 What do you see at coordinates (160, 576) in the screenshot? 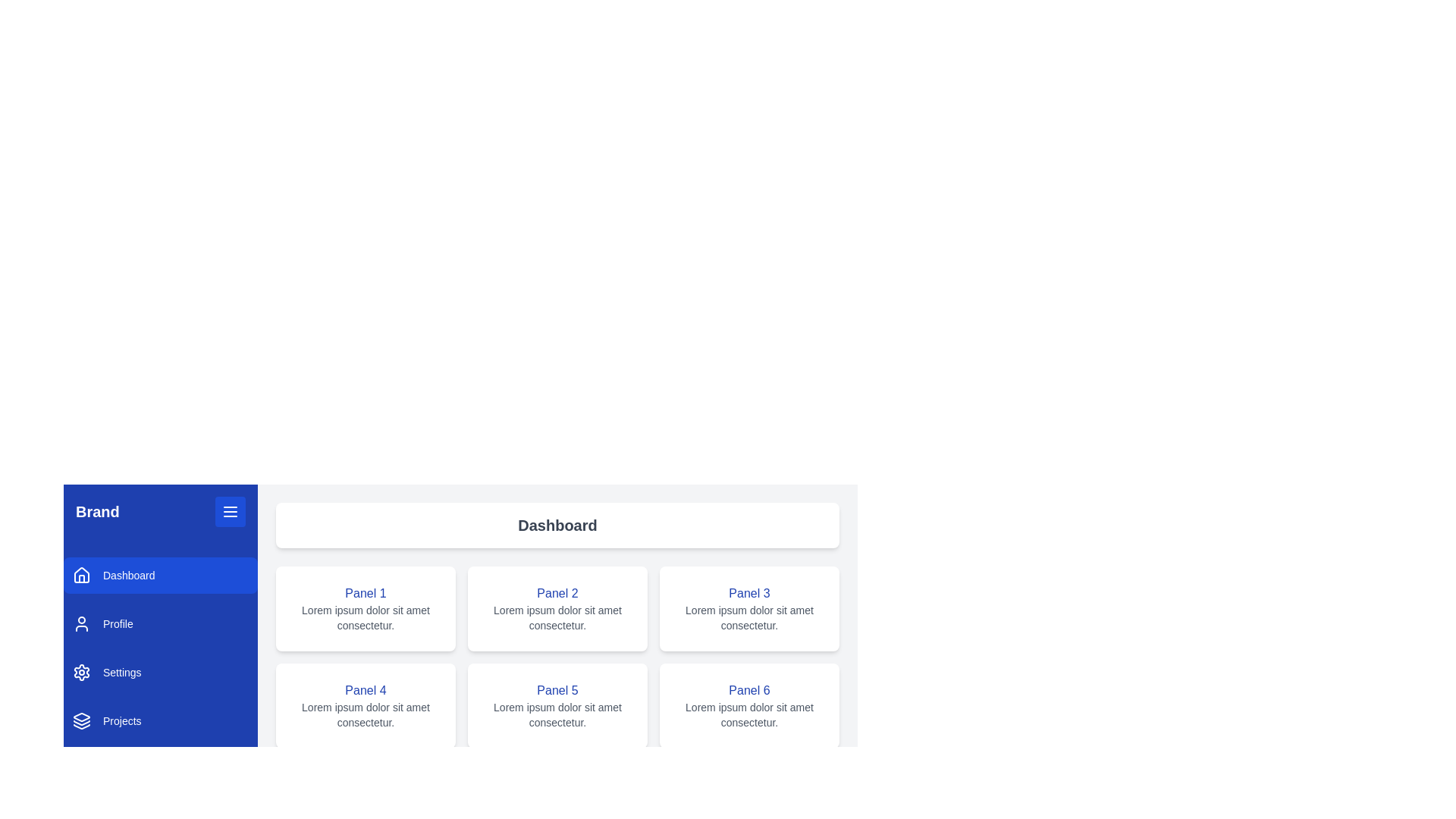
I see `the navigation button located at the top of the vertical menu on the left side` at bounding box center [160, 576].